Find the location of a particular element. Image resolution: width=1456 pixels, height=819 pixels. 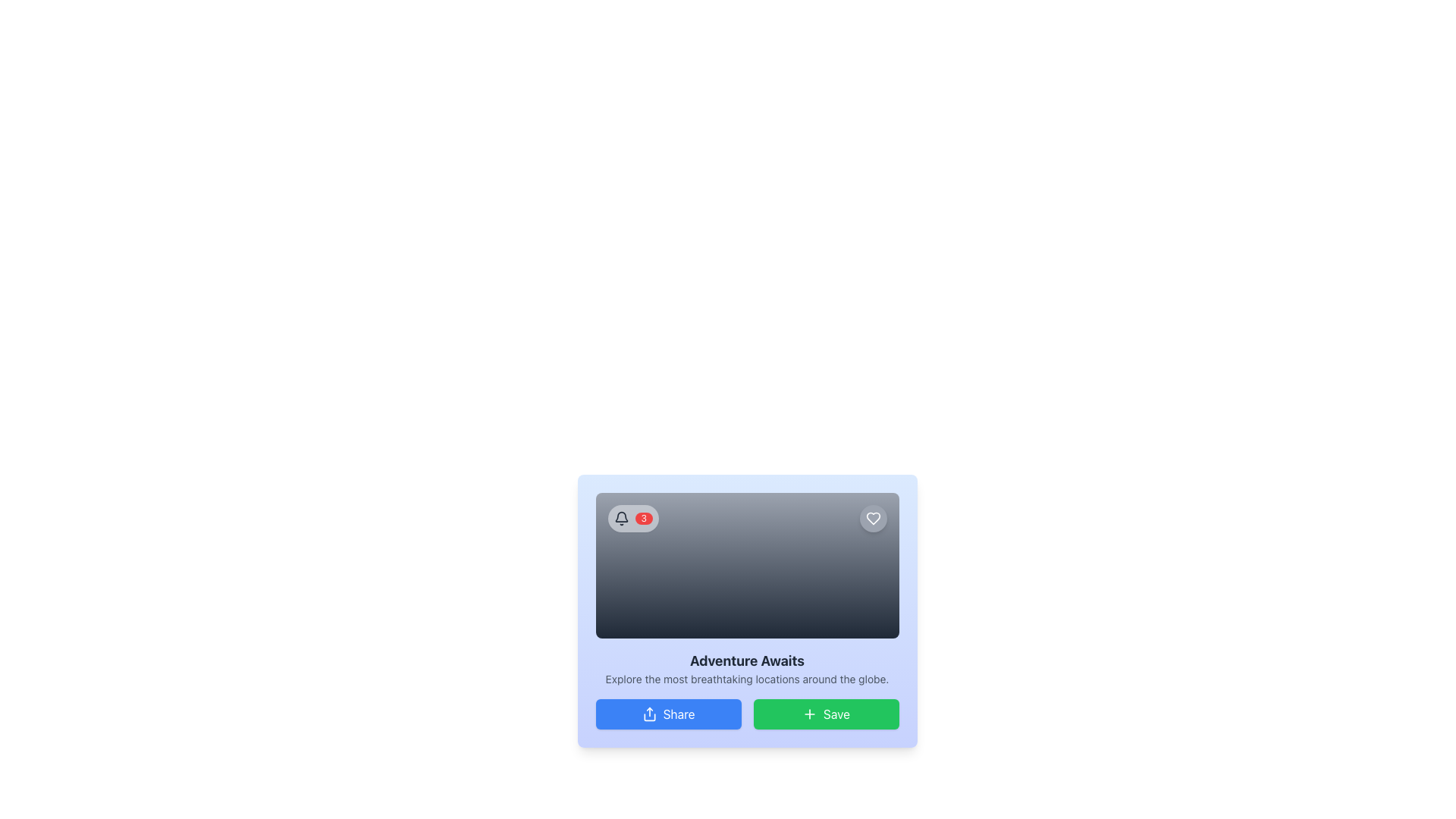

the 'Share' button is located at coordinates (667, 714).